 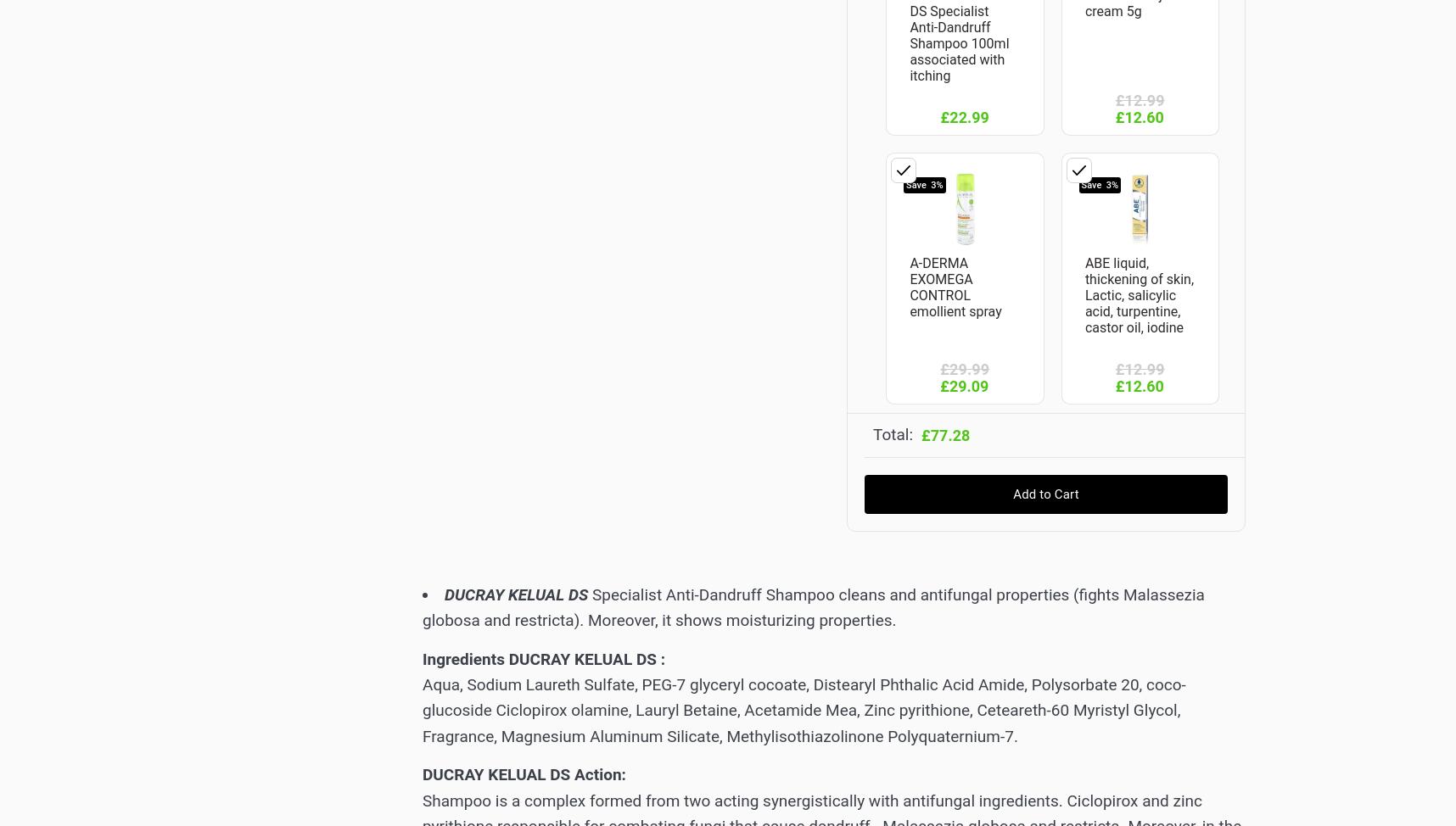 I want to click on 'Total:', so click(x=893, y=434).